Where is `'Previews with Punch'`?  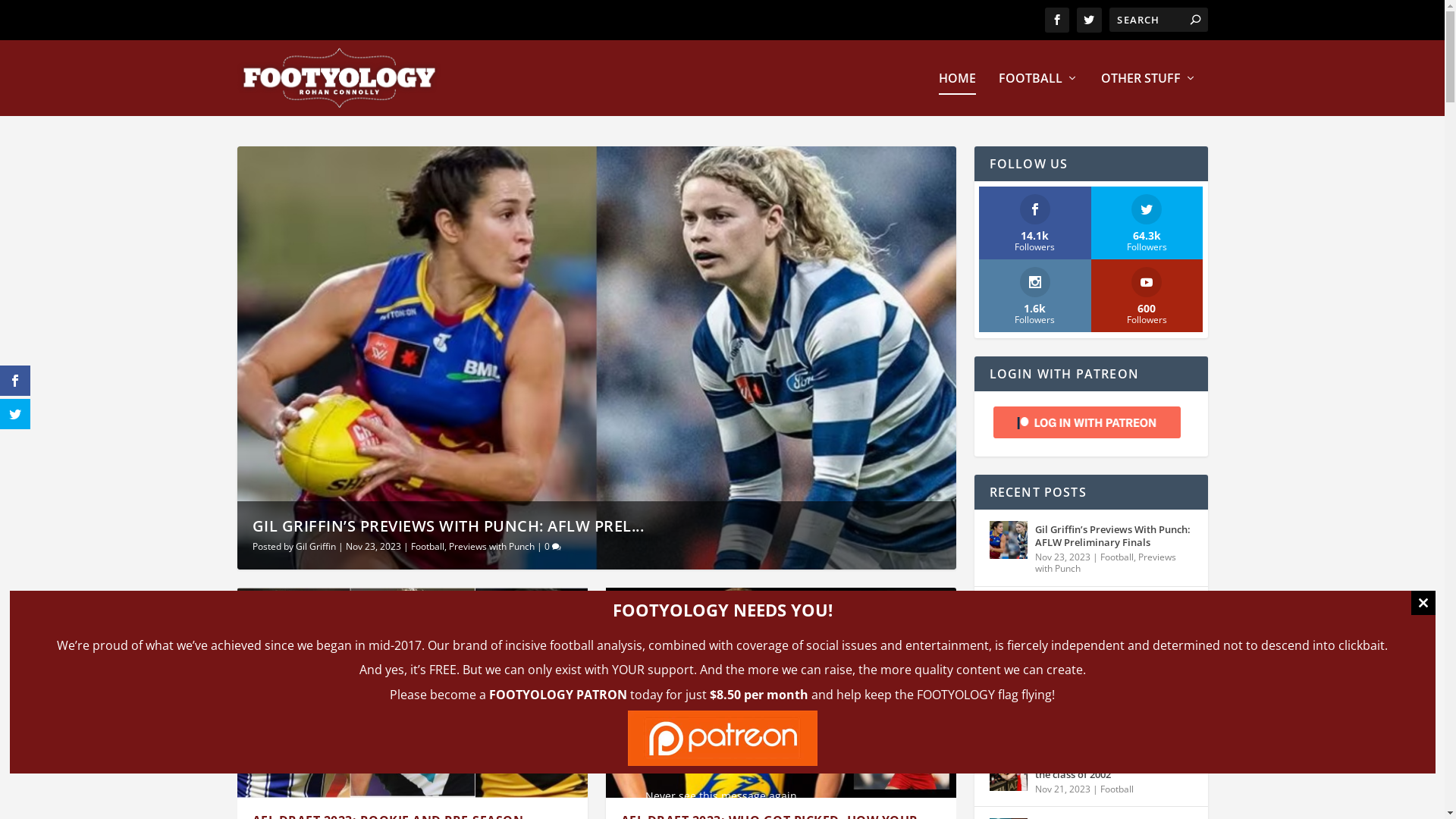
'Previews with Punch' is located at coordinates (1105, 563).